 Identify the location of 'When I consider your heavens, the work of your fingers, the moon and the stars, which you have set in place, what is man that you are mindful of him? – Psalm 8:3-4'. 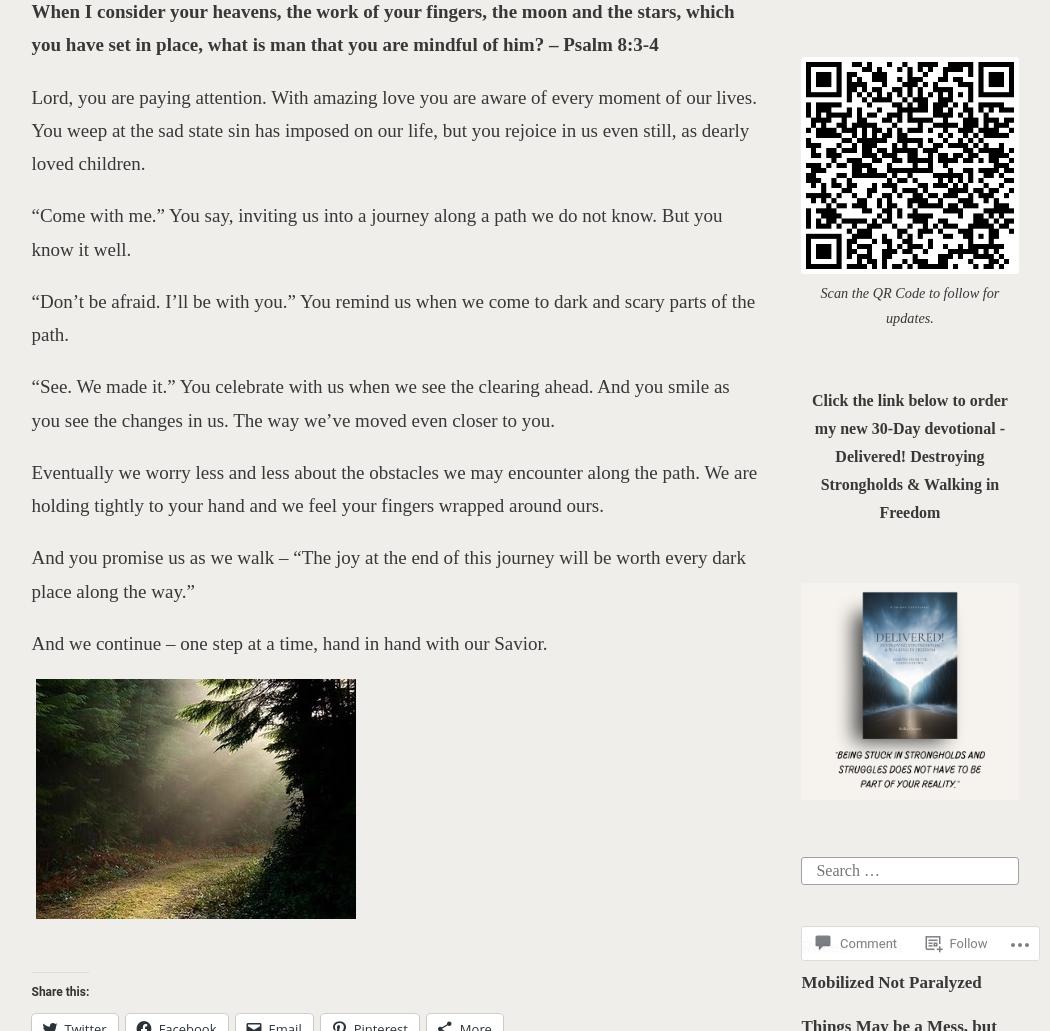
(382, 28).